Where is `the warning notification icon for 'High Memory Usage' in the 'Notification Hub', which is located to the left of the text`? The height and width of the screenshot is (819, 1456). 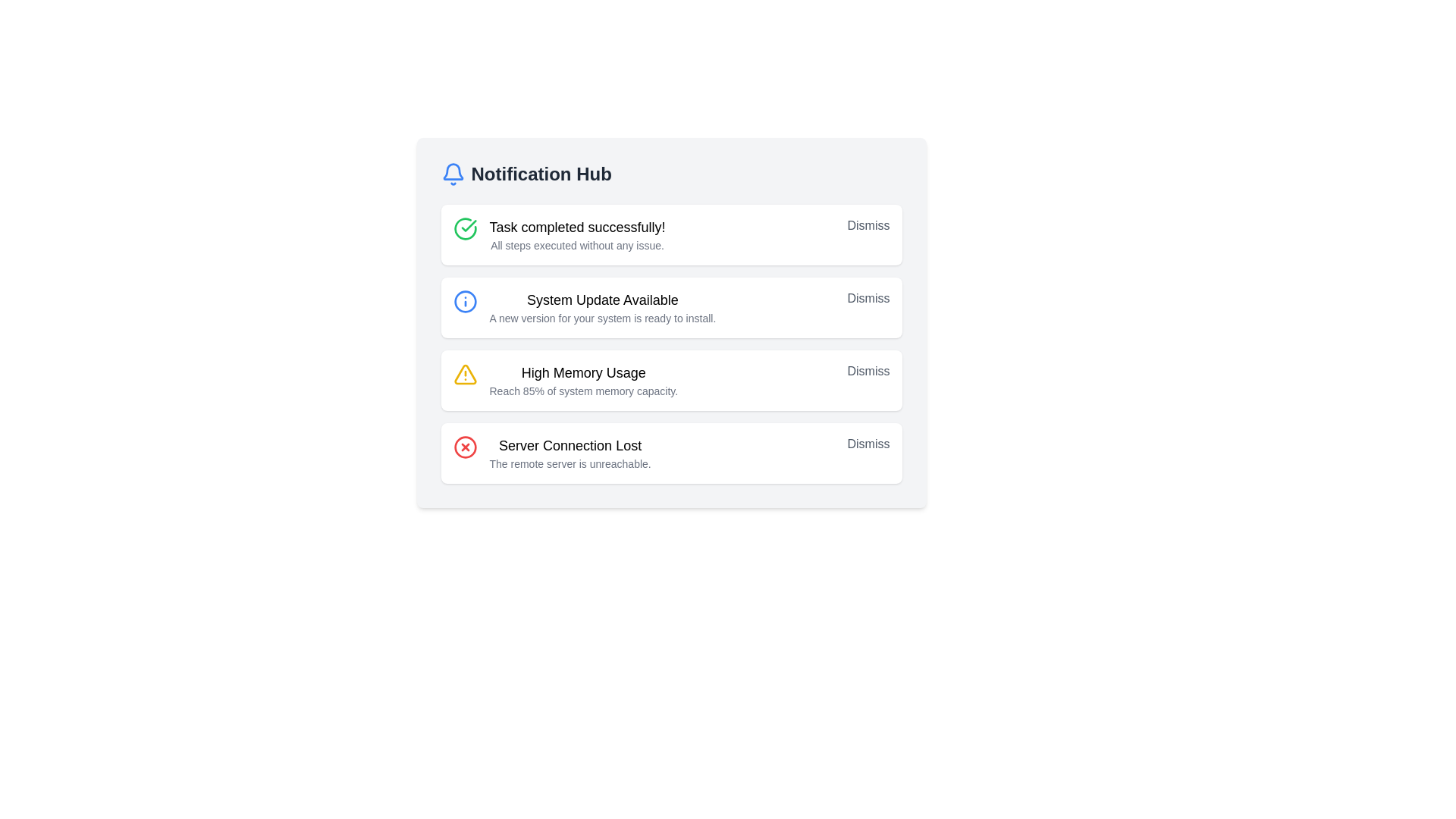 the warning notification icon for 'High Memory Usage' in the 'Notification Hub', which is located to the left of the text is located at coordinates (464, 374).